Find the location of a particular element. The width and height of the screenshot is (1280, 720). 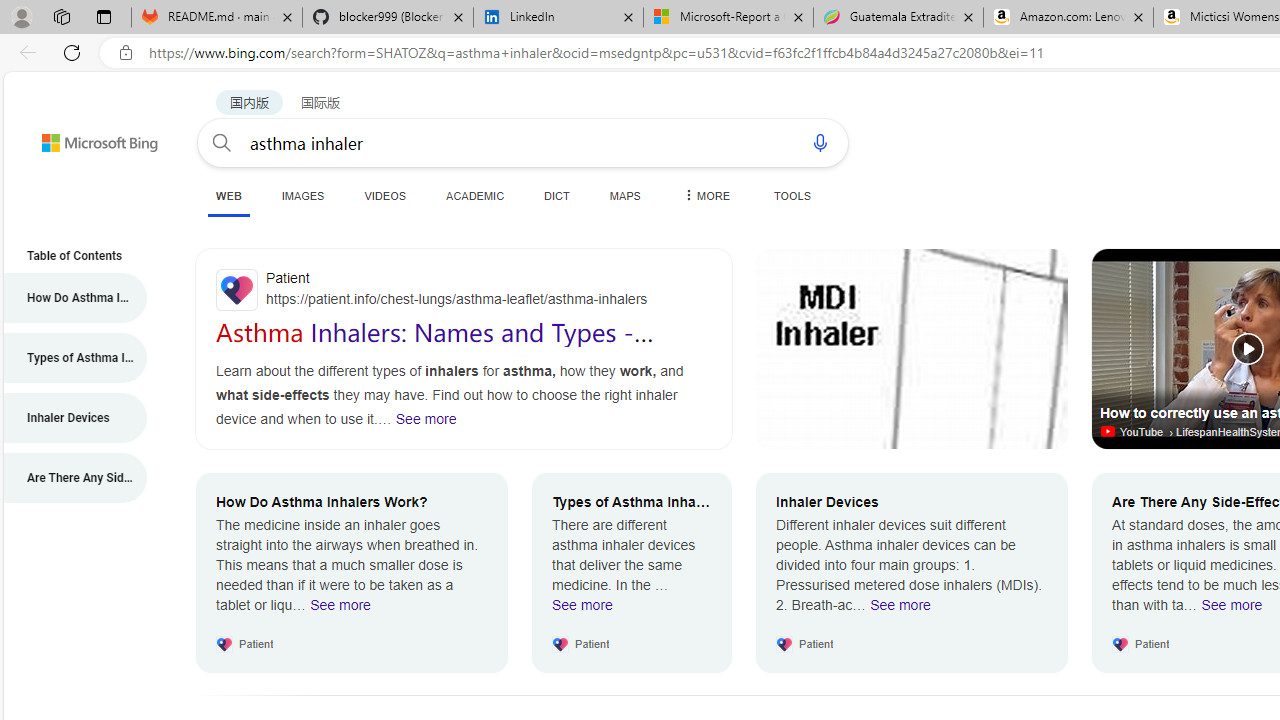

'Dropdown Menu' is located at coordinates (705, 195).